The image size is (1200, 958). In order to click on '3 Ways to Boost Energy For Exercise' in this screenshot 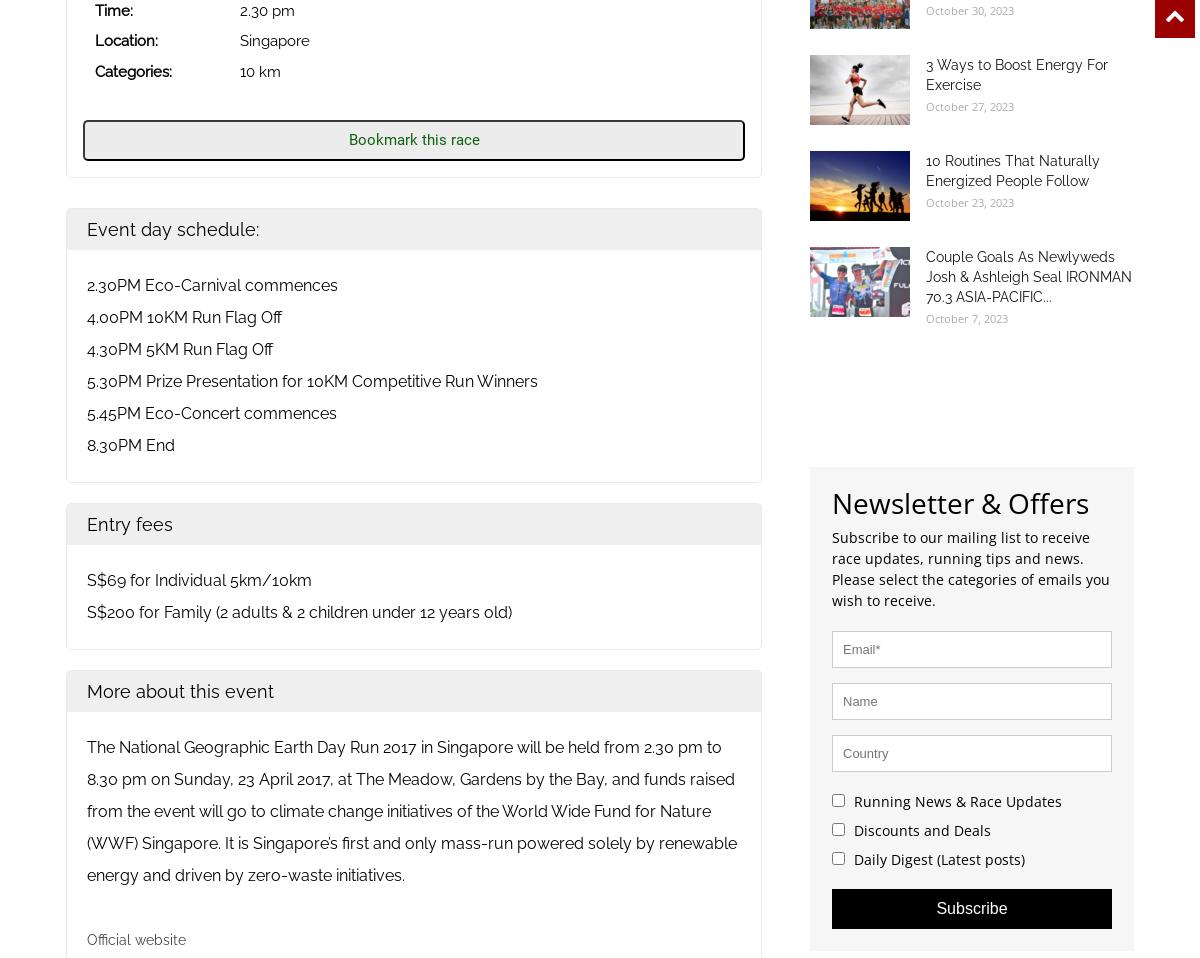, I will do `click(926, 72)`.